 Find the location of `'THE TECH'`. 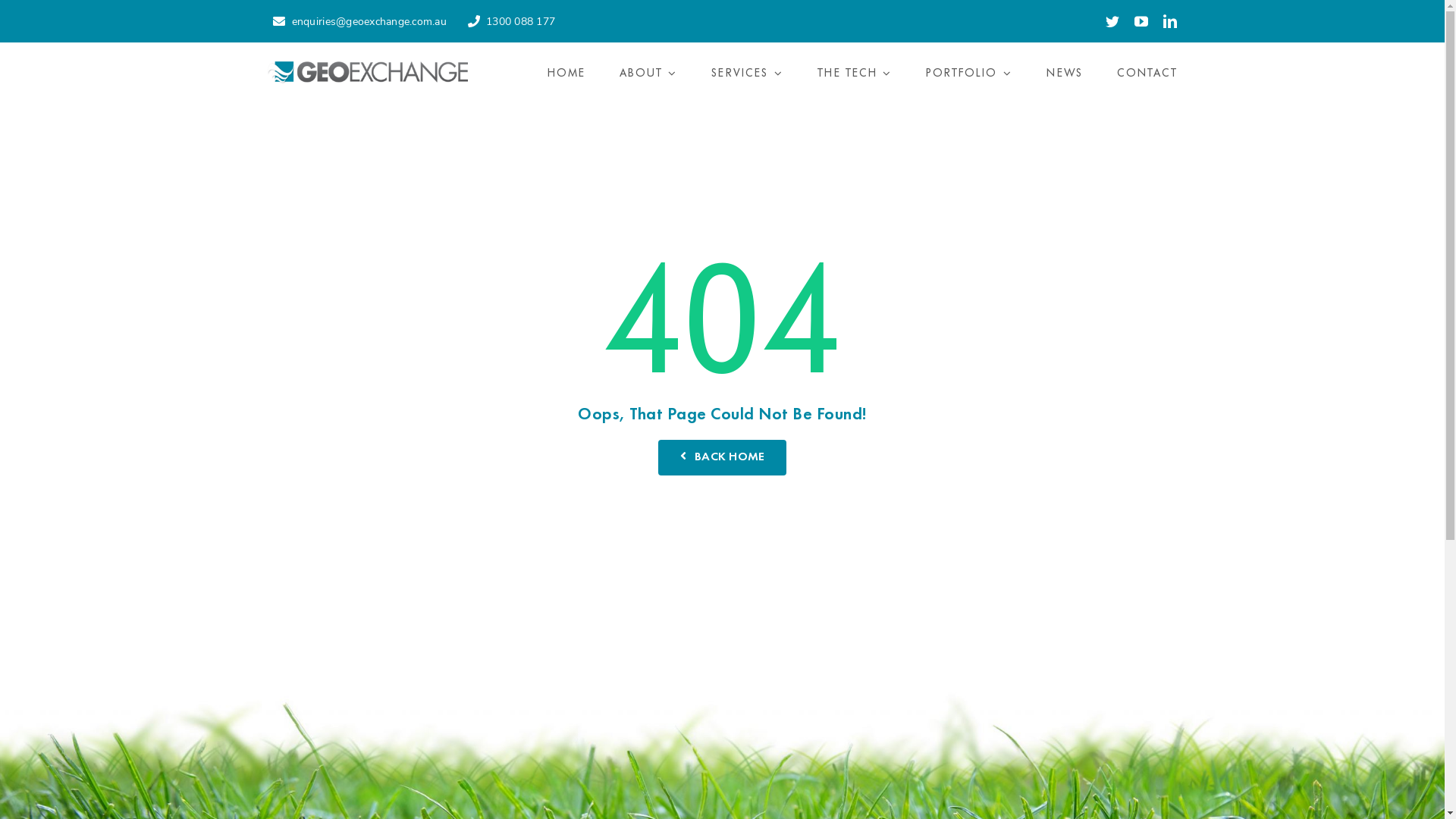

'THE TECH' is located at coordinates (855, 73).